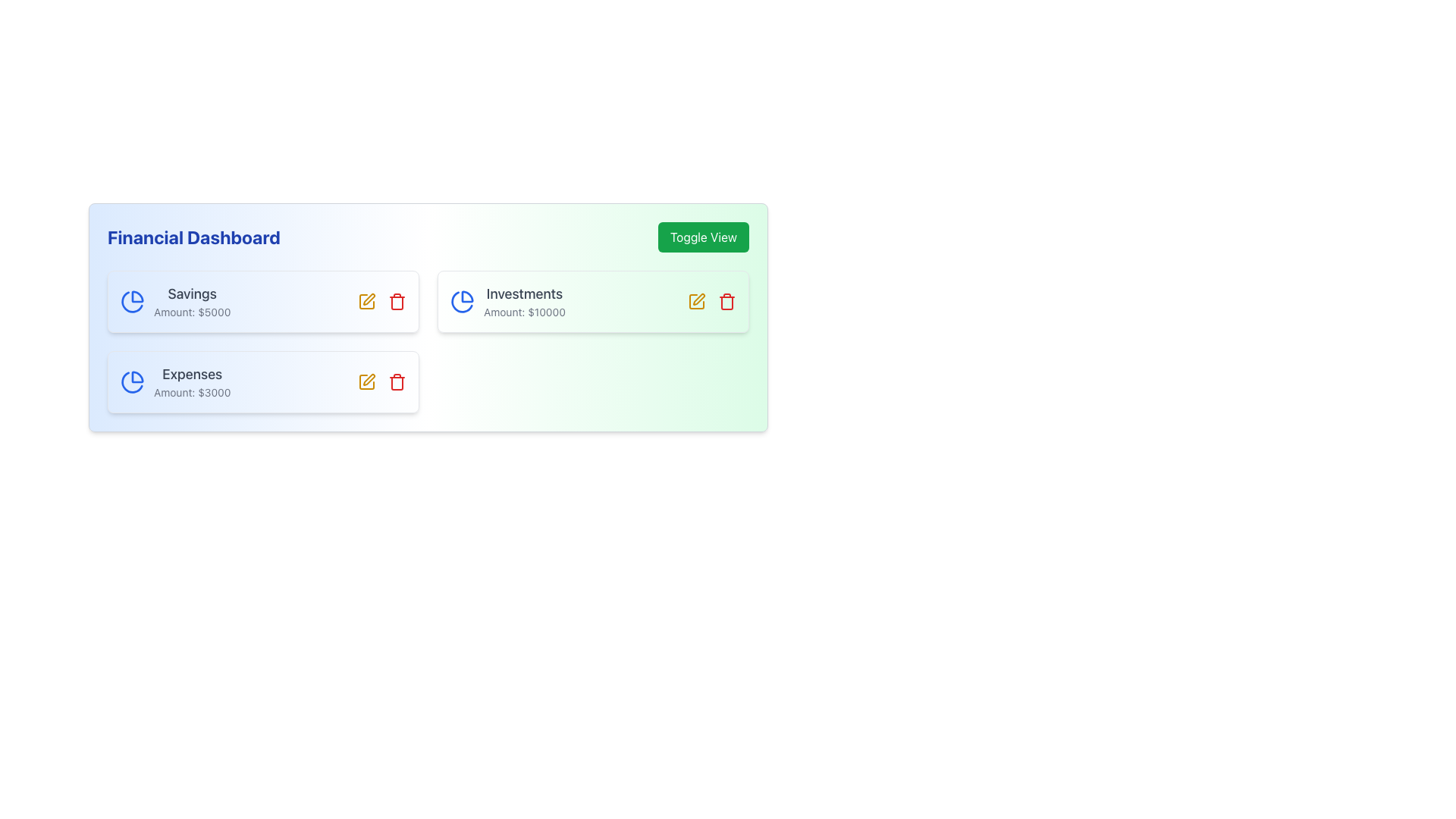  What do you see at coordinates (132, 301) in the screenshot?
I see `the circular pie chart icon, which is styled with a blue outline and filled with blue and white, located beside the 'Savings' text` at bounding box center [132, 301].